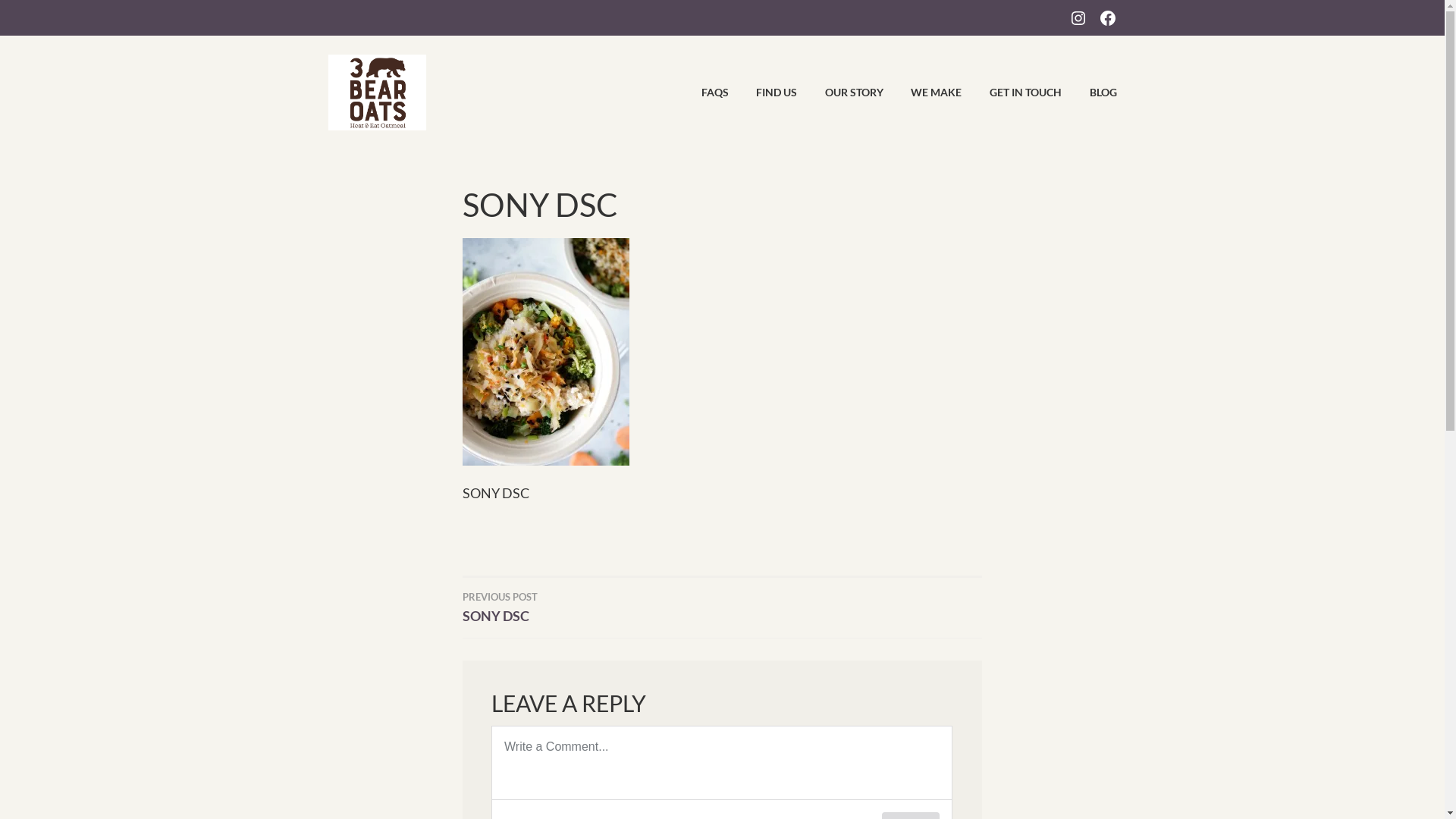  Describe the element at coordinates (701, 93) in the screenshot. I see `'FAQS'` at that location.